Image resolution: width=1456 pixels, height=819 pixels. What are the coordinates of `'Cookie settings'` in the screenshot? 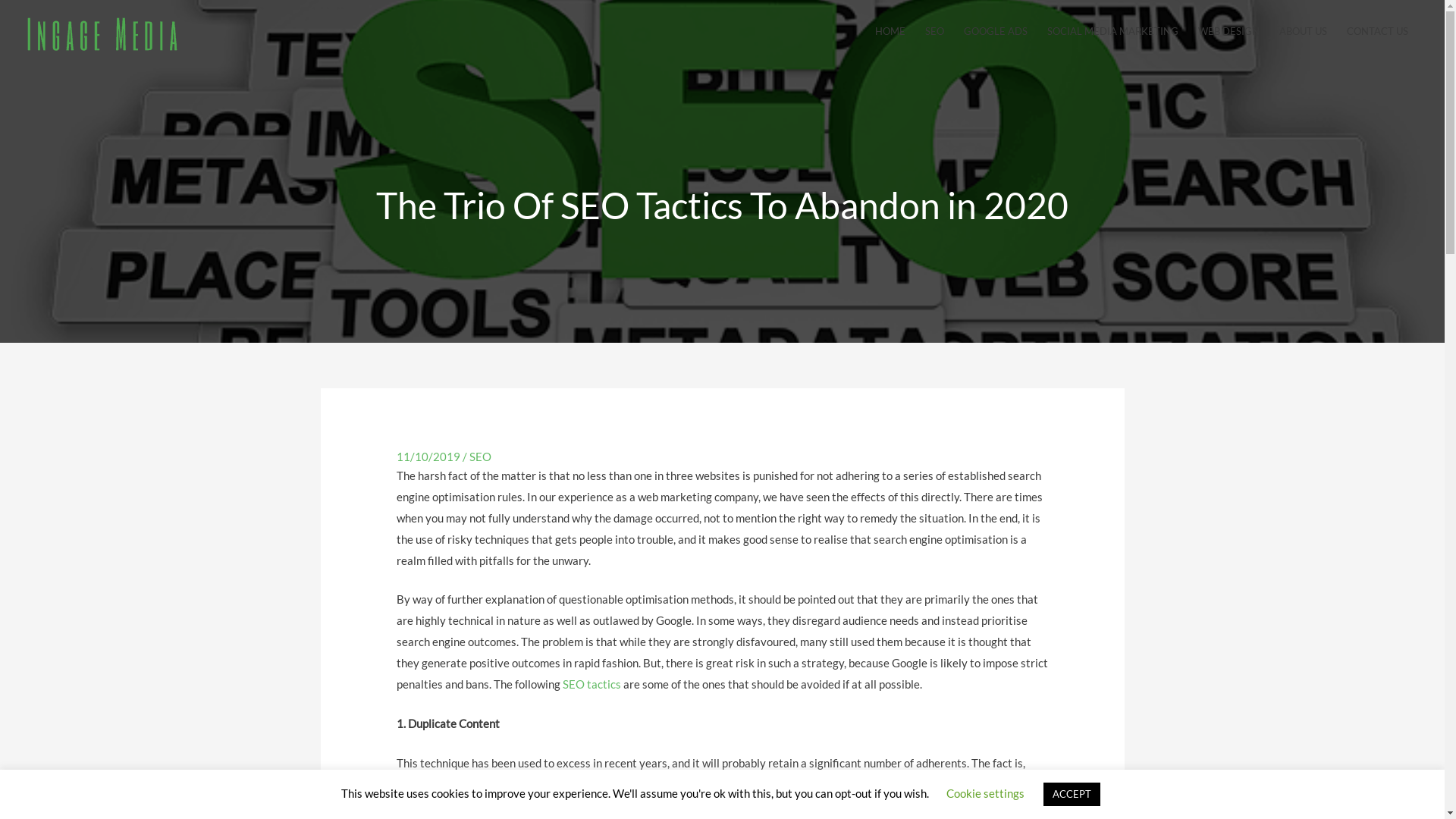 It's located at (985, 792).